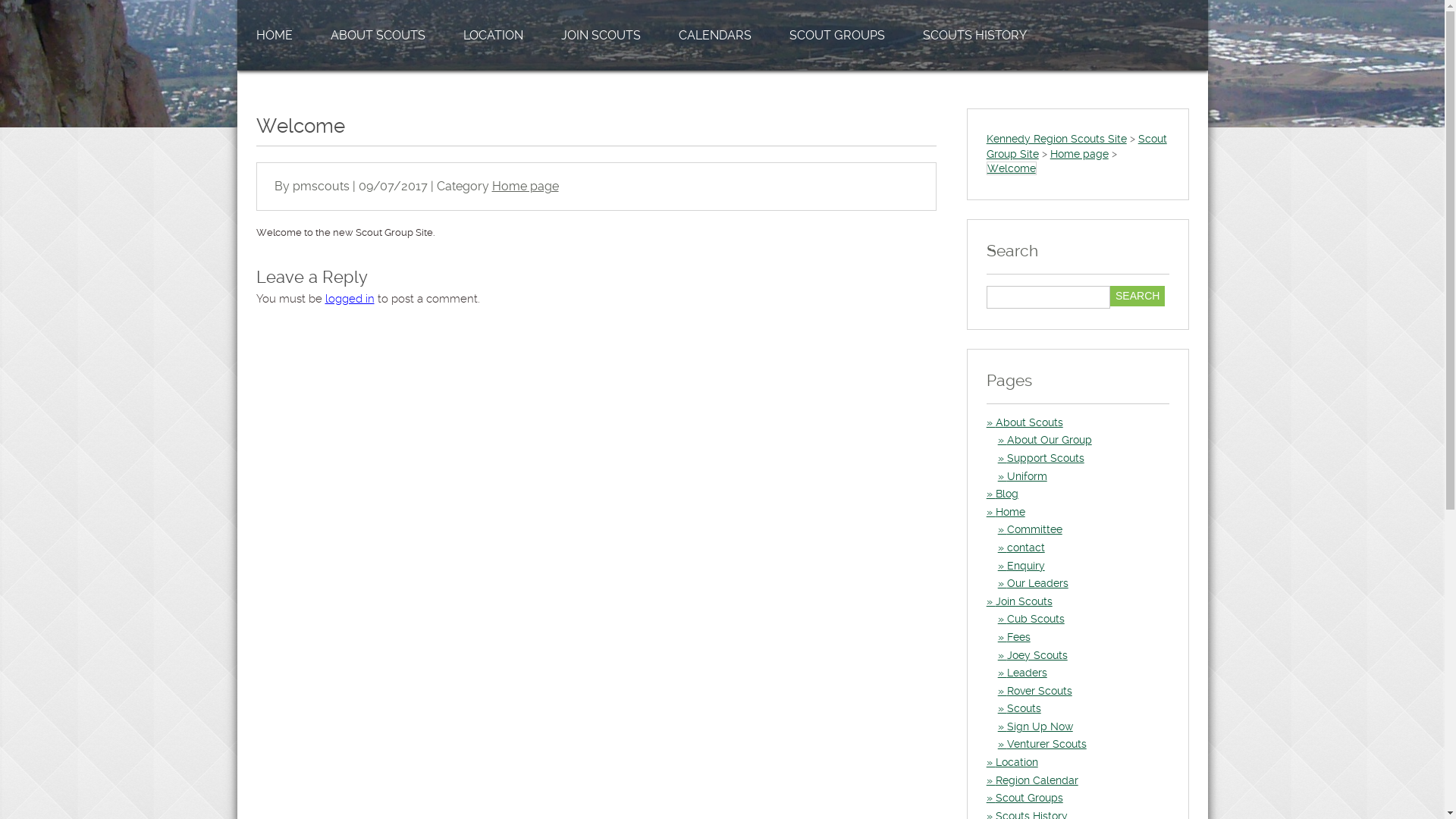 The height and width of the screenshot is (819, 1456). Describe the element at coordinates (997, 742) in the screenshot. I see `'Venturer Scouts'` at that location.